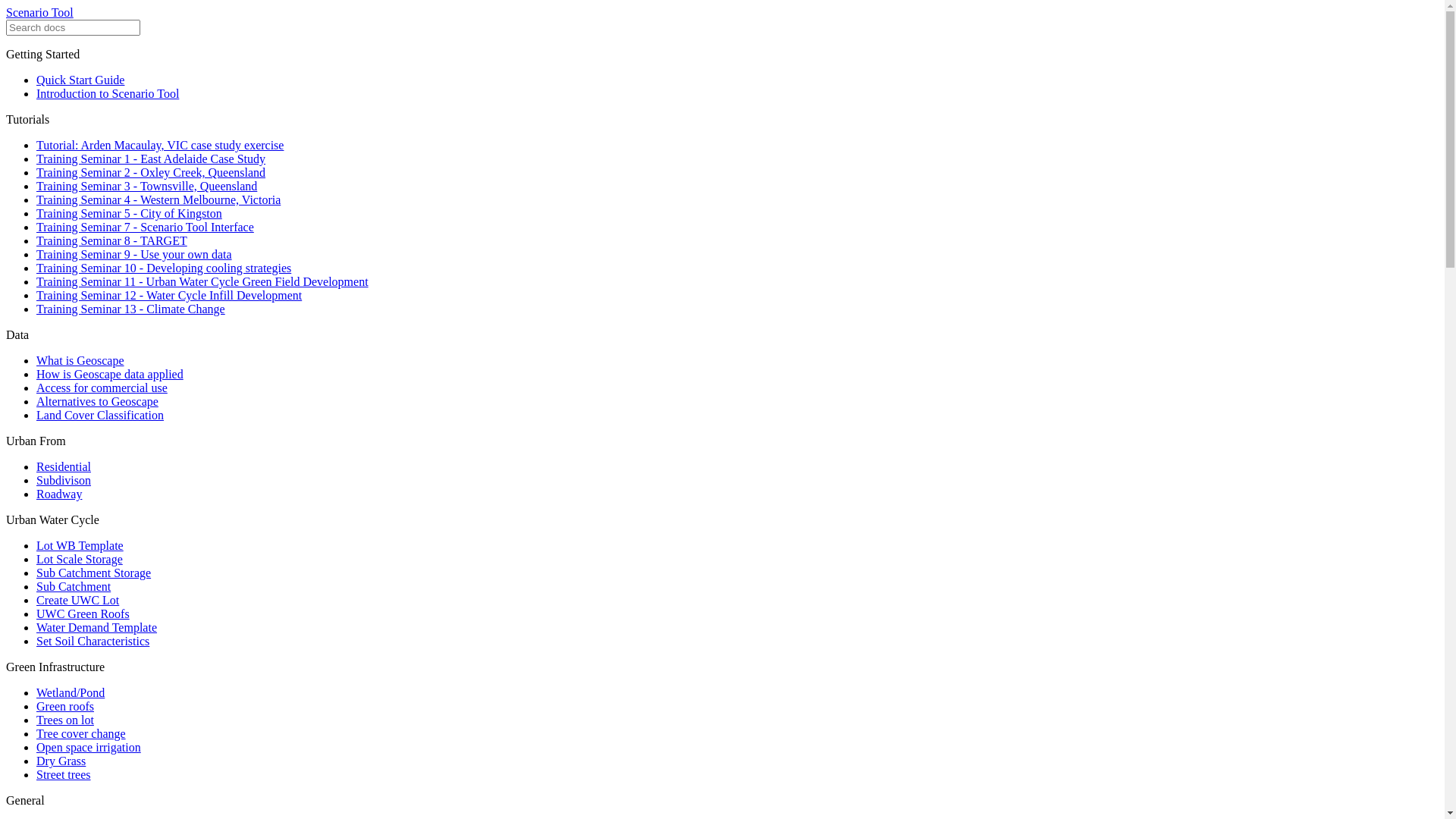  What do you see at coordinates (79, 80) in the screenshot?
I see `'Quick Start Guide'` at bounding box center [79, 80].